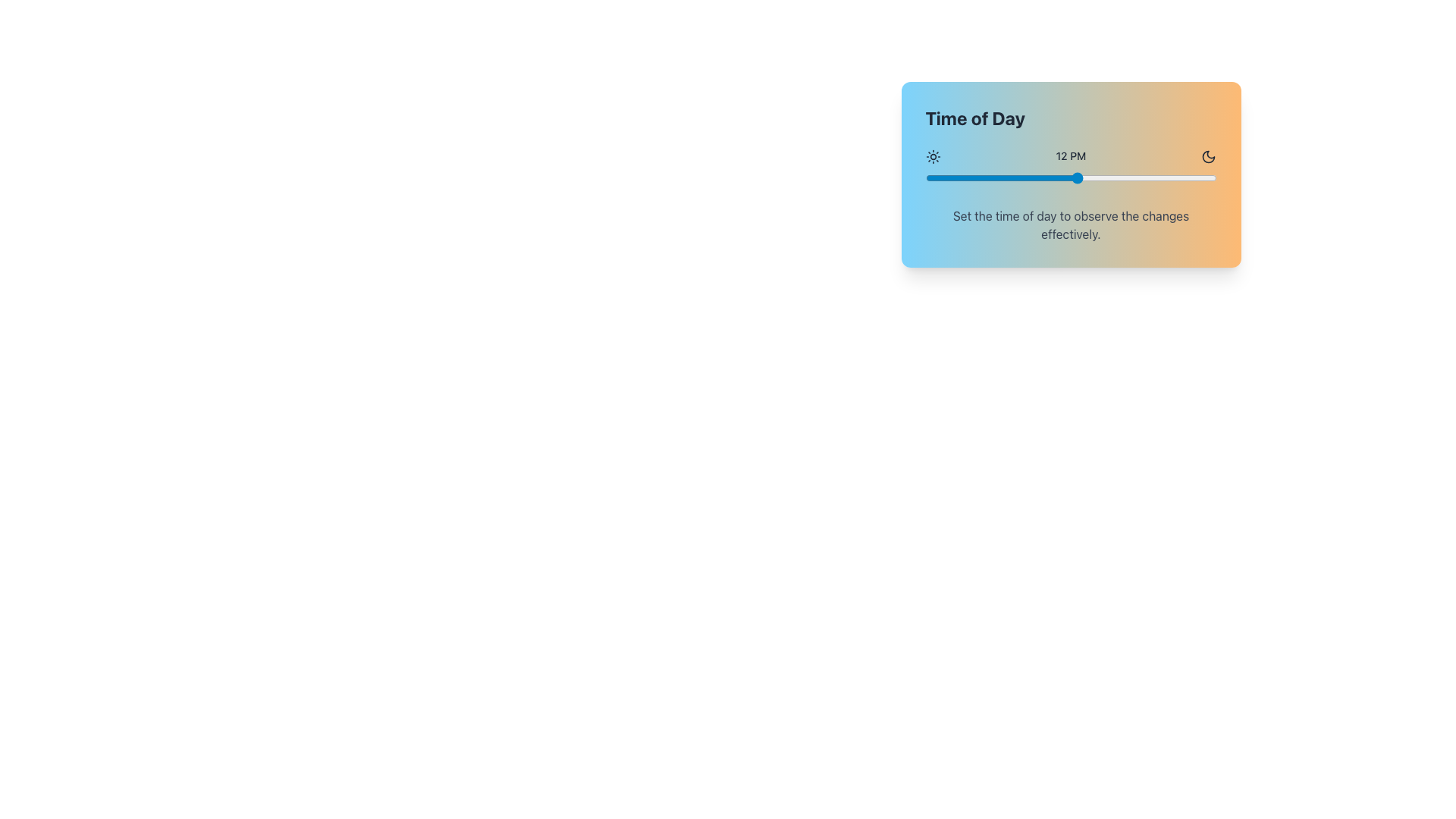 The height and width of the screenshot is (819, 1456). What do you see at coordinates (1038, 177) in the screenshot?
I see `time of day` at bounding box center [1038, 177].